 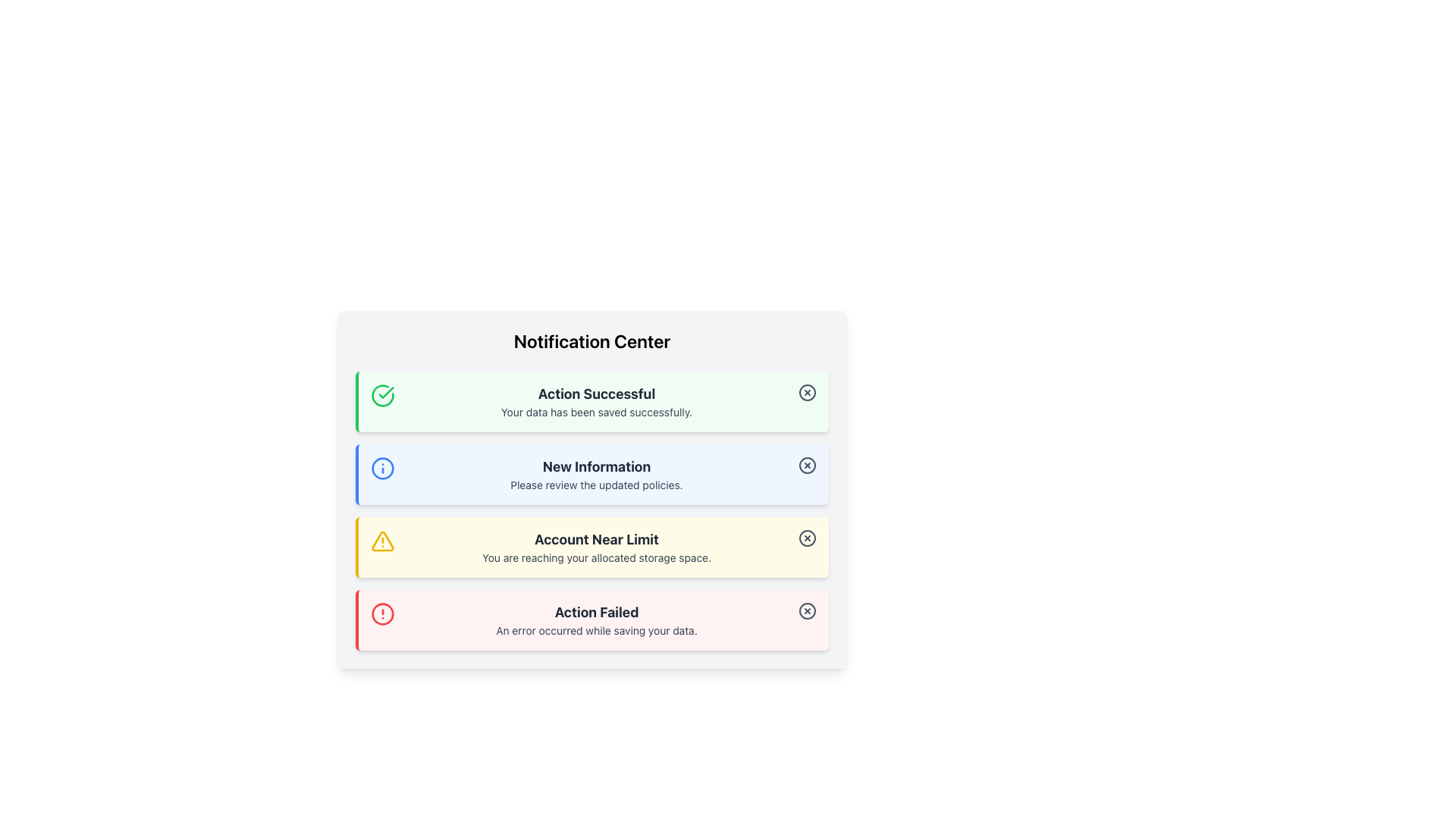 What do you see at coordinates (382, 540) in the screenshot?
I see `the yellow triangular warning icon with a black outline and exclamation mark, located in the 'Account Near Limit' notification section` at bounding box center [382, 540].